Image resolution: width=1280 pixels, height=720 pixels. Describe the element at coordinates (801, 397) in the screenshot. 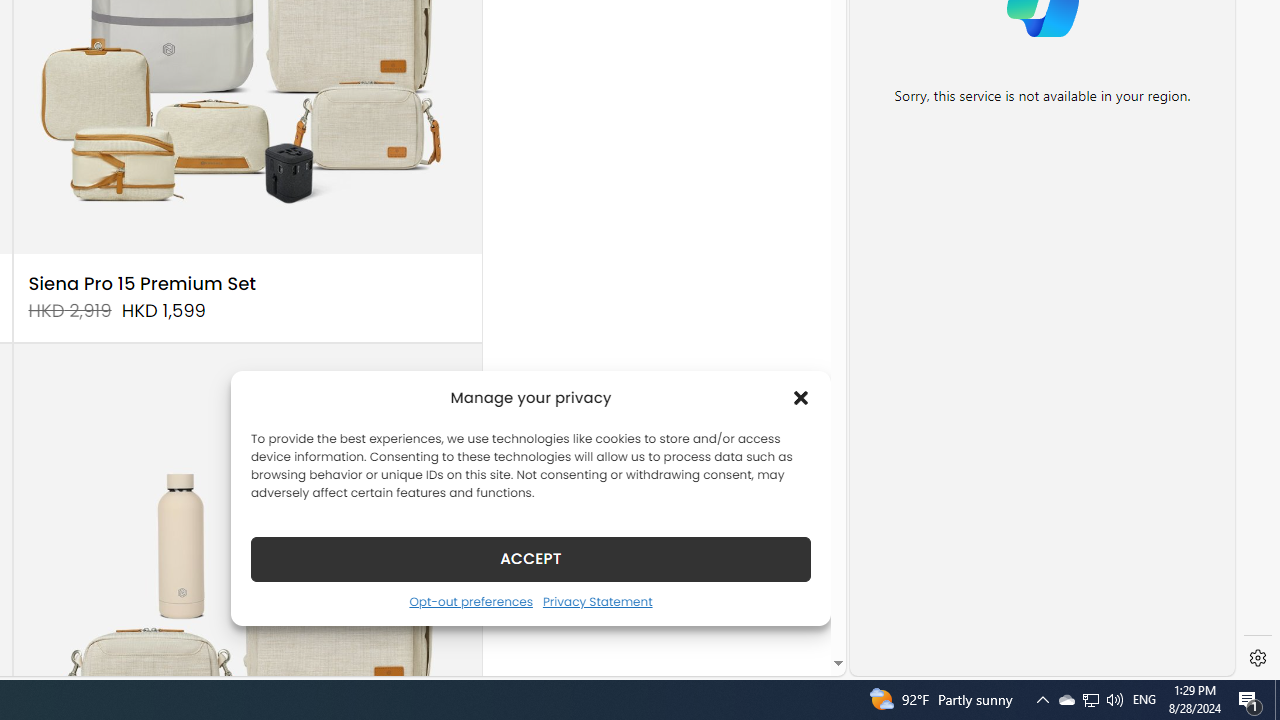

I see `'Class: cmplz-close'` at that location.